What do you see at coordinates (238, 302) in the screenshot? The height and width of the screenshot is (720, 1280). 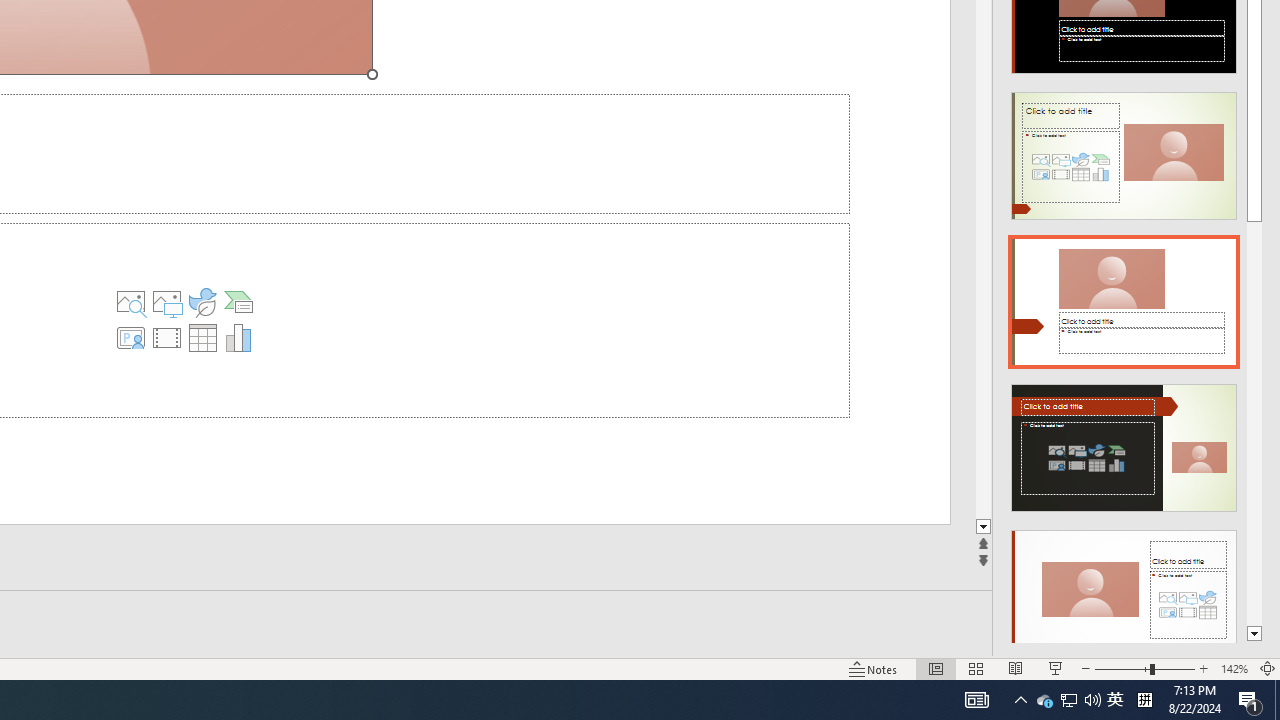 I see `'Insert a SmartArt Graphic'` at bounding box center [238, 302].